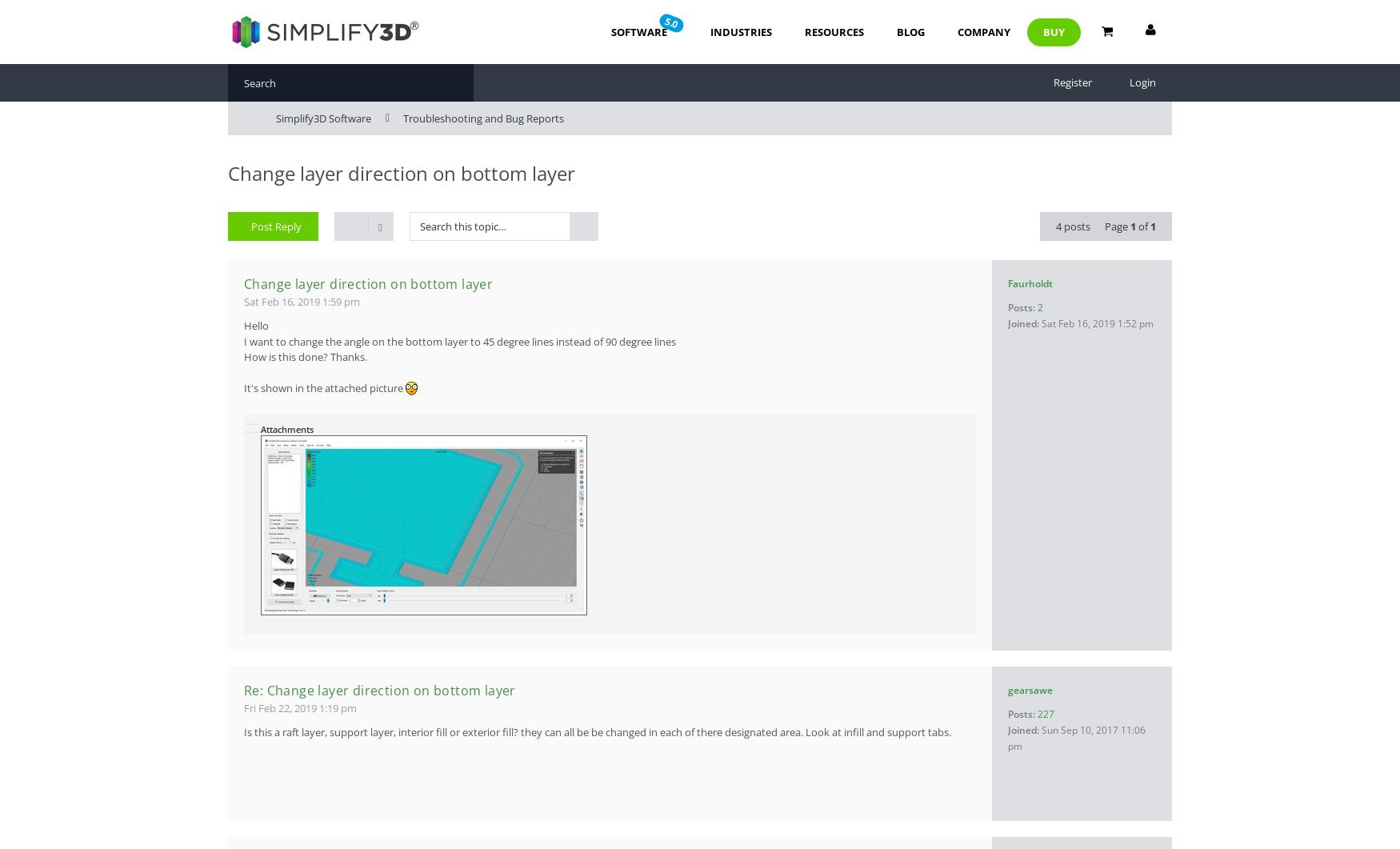 The image size is (1400, 849). What do you see at coordinates (598, 731) in the screenshot?
I see `'Is this a raft layer, support layer, interior fill or exterior fill? they can all be be changed in each of there designated area. Look at infill and support tabs.'` at bounding box center [598, 731].